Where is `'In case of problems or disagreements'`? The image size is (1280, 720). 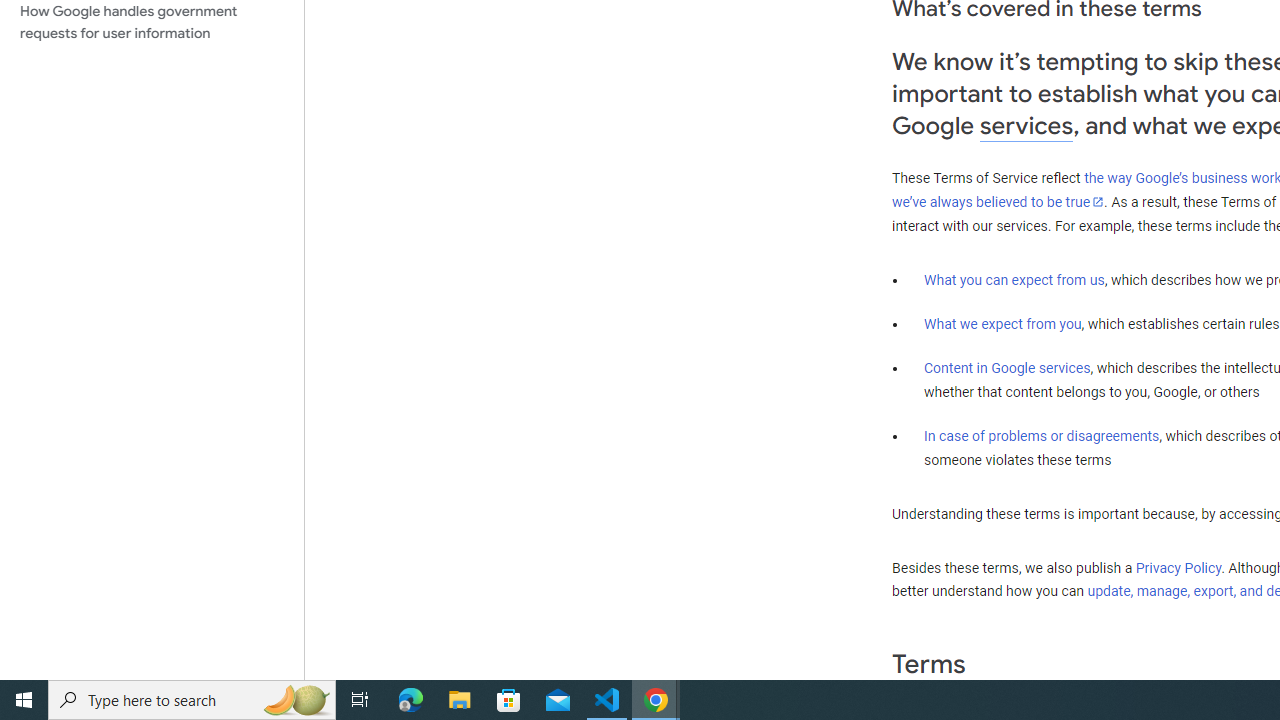
'In case of problems or disagreements' is located at coordinates (1040, 434).